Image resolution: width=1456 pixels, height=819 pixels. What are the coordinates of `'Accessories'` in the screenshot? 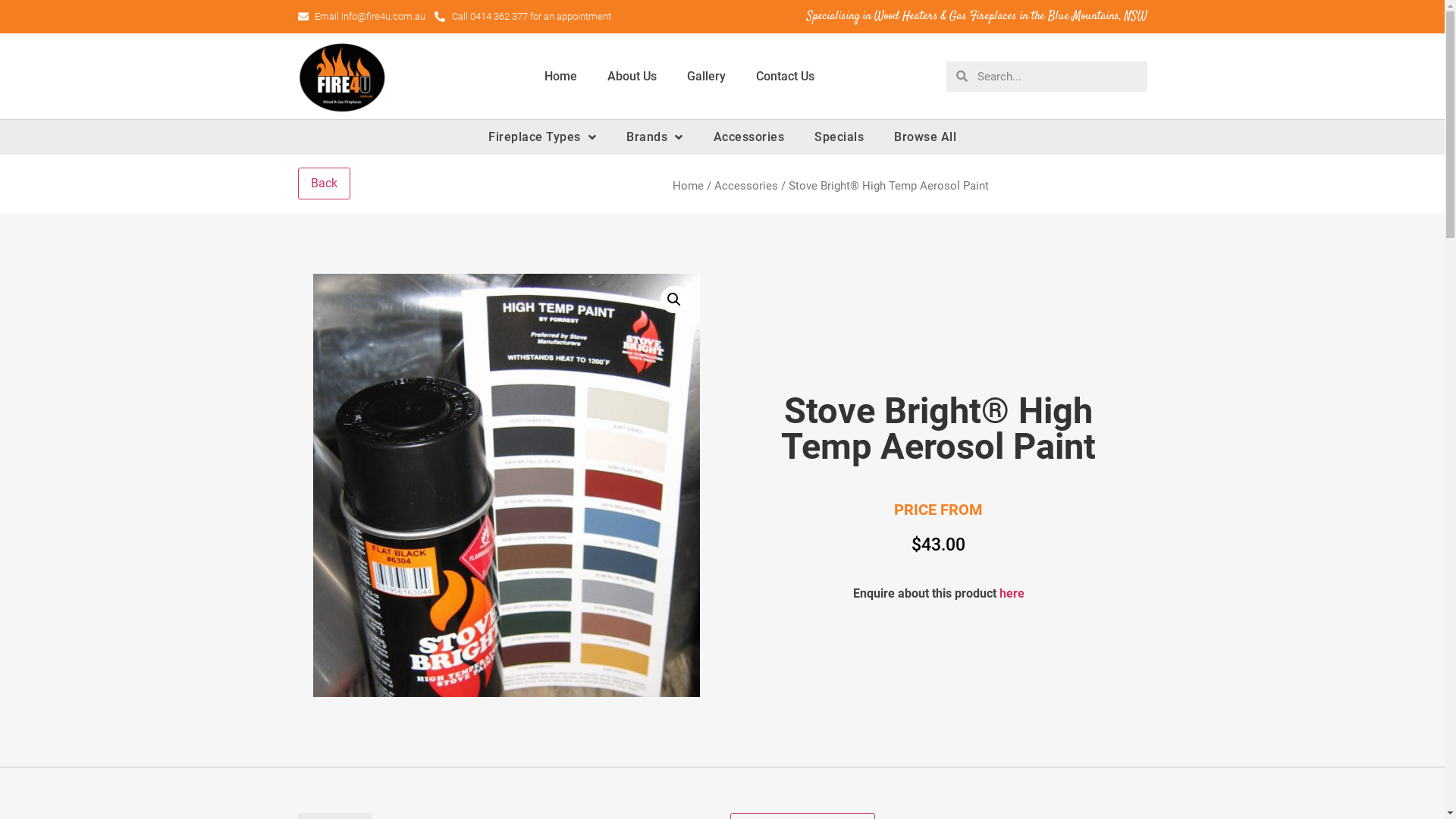 It's located at (713, 185).